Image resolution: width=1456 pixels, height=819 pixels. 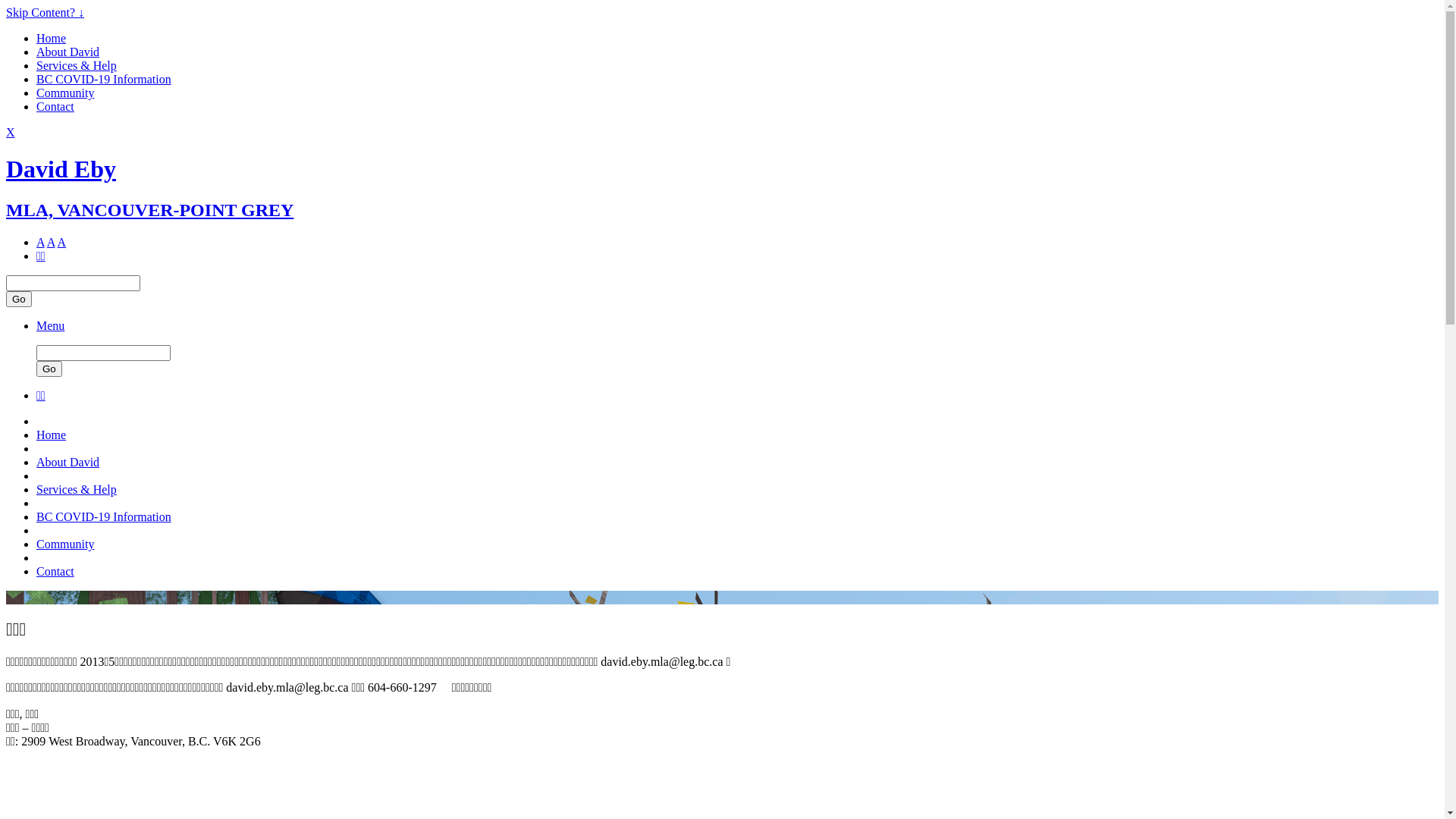 What do you see at coordinates (47, 241) in the screenshot?
I see `'A'` at bounding box center [47, 241].